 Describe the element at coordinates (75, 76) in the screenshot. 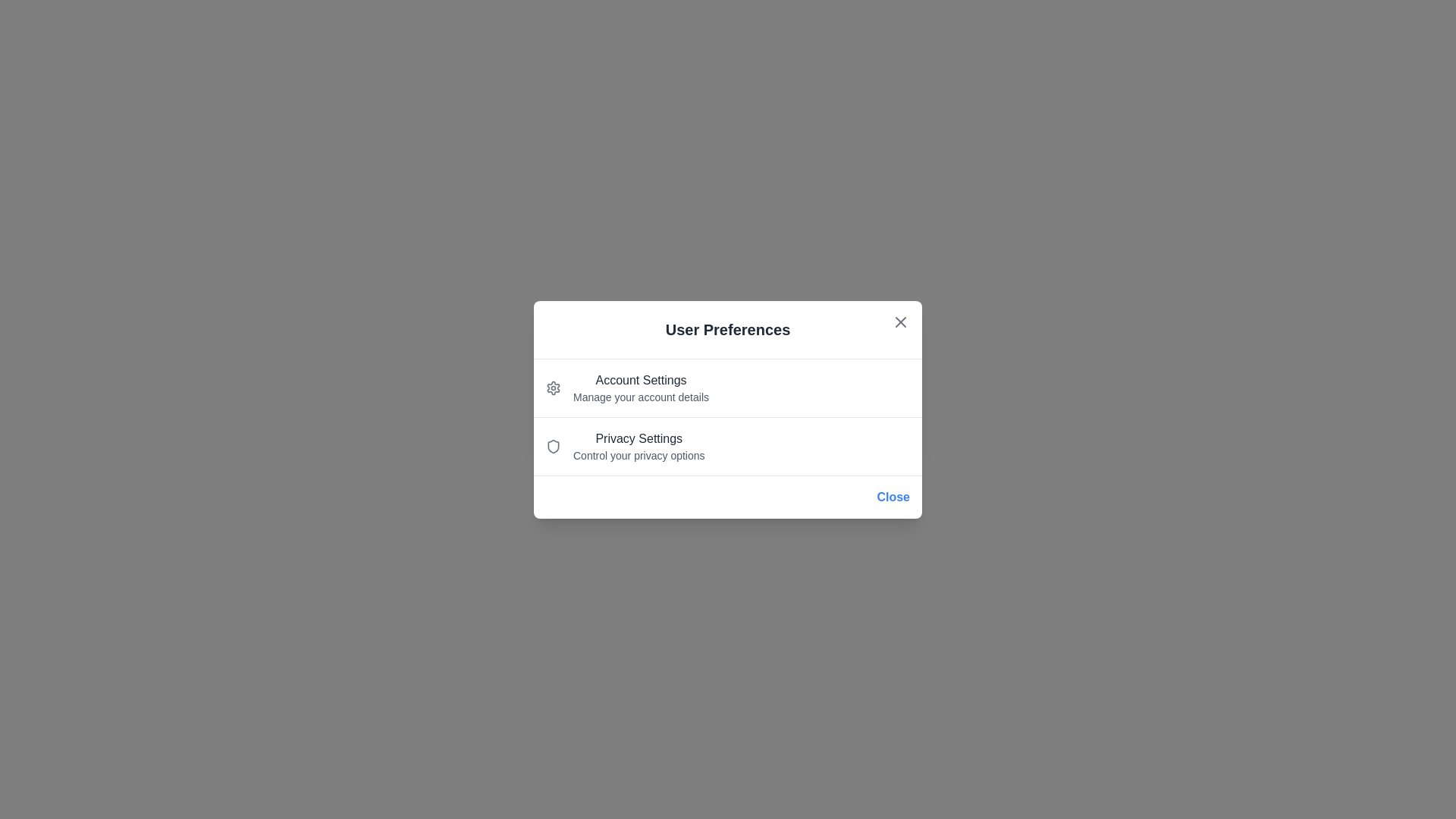

I see `the background area outside the dialog to dismiss it` at that location.